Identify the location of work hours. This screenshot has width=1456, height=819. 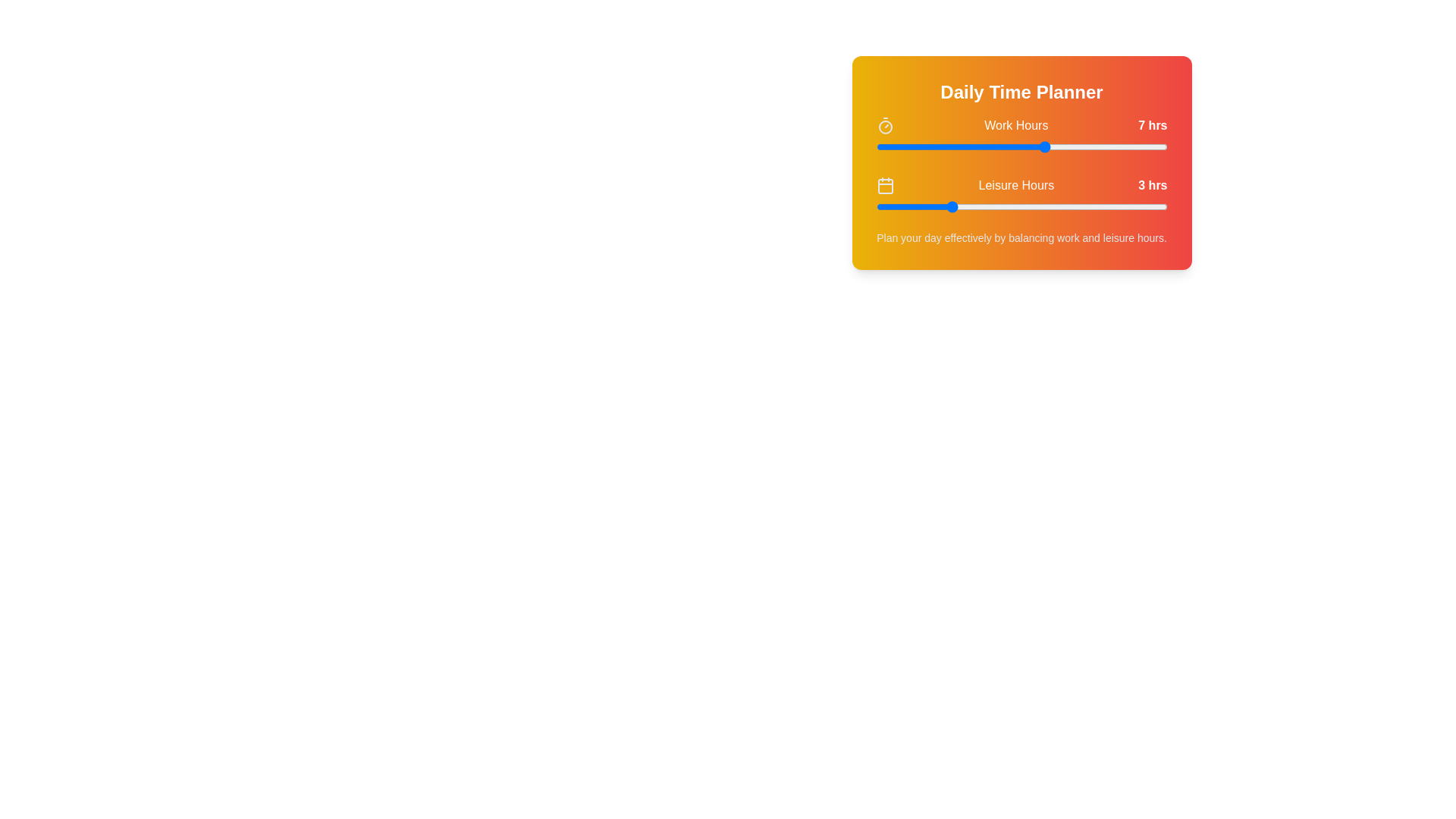
(1021, 146).